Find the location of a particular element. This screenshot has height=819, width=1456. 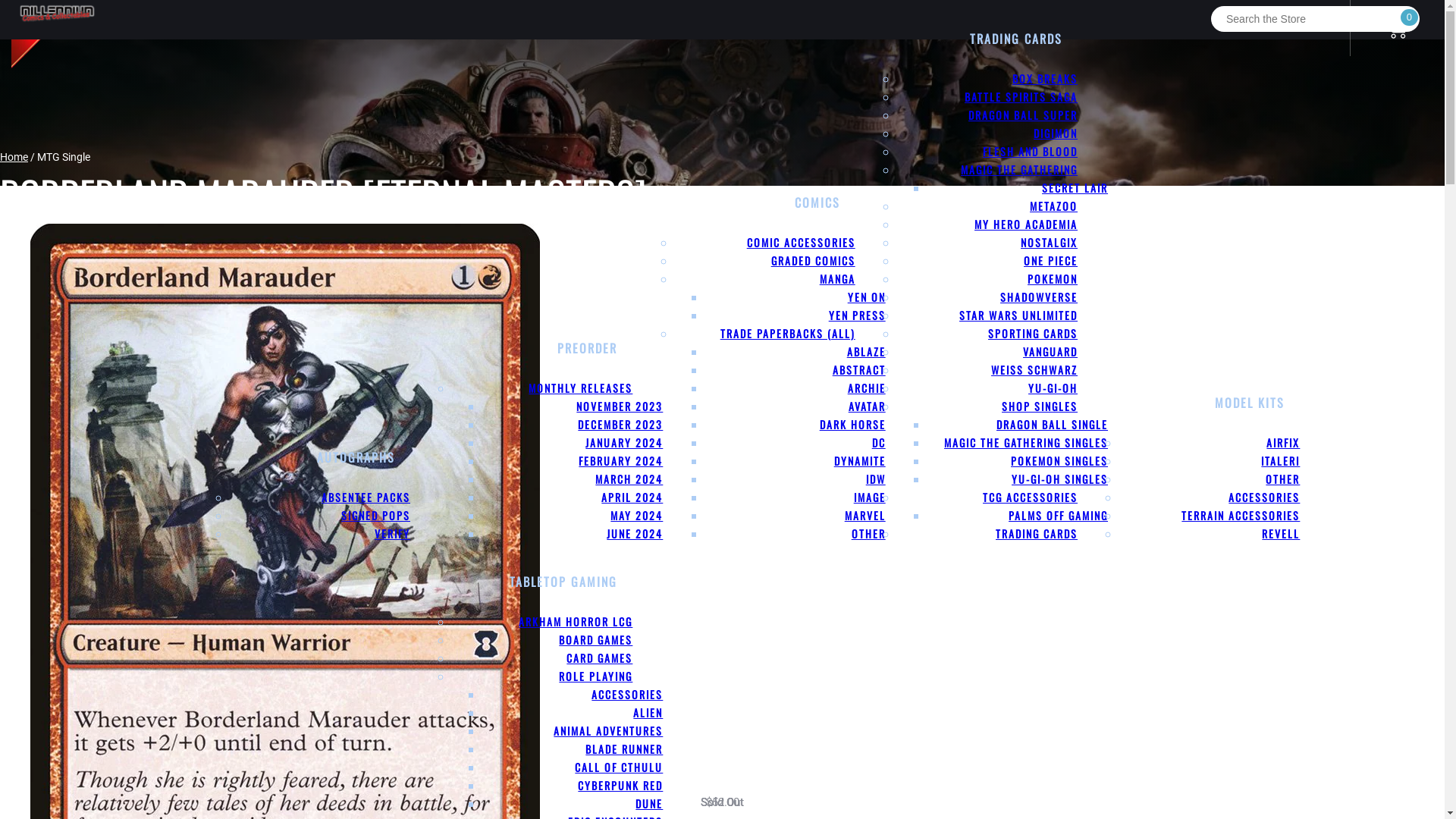

'ANIMAL ADVENTURES' is located at coordinates (607, 730).